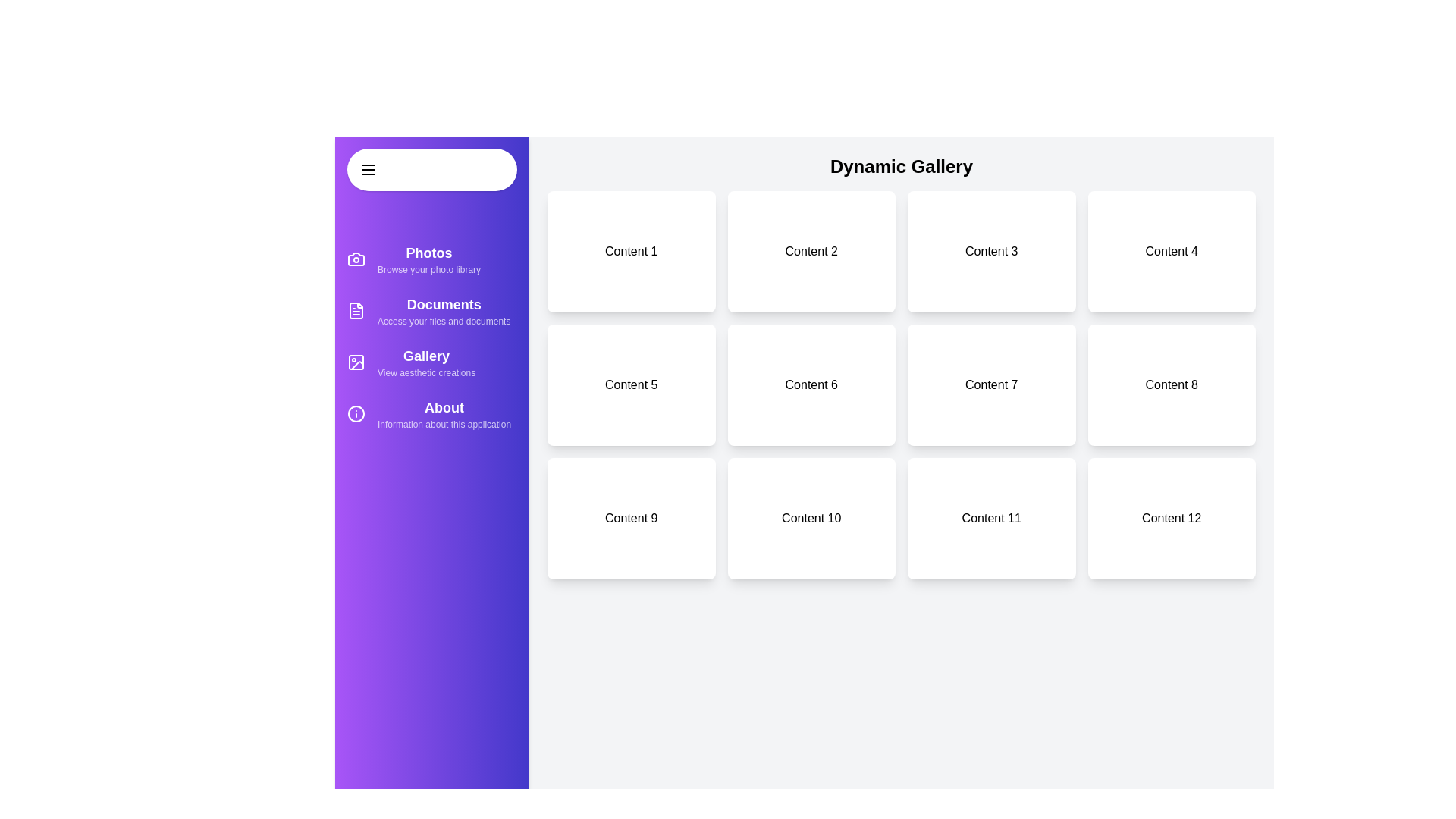 The width and height of the screenshot is (1456, 819). What do you see at coordinates (431, 309) in the screenshot?
I see `the category item labeled 'Documents' to observe its hover effect` at bounding box center [431, 309].